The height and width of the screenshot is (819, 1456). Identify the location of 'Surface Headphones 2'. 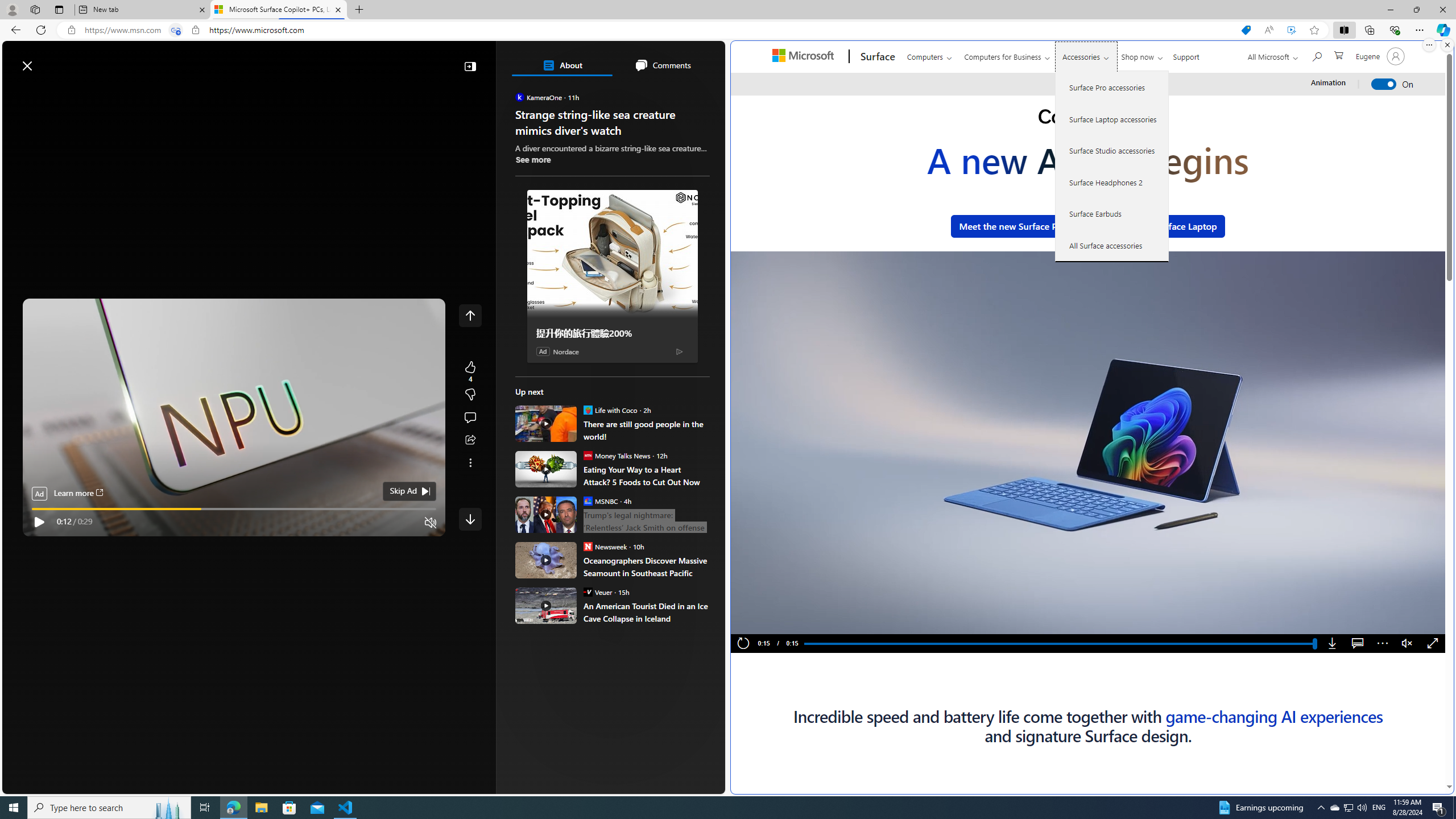
(1111, 181).